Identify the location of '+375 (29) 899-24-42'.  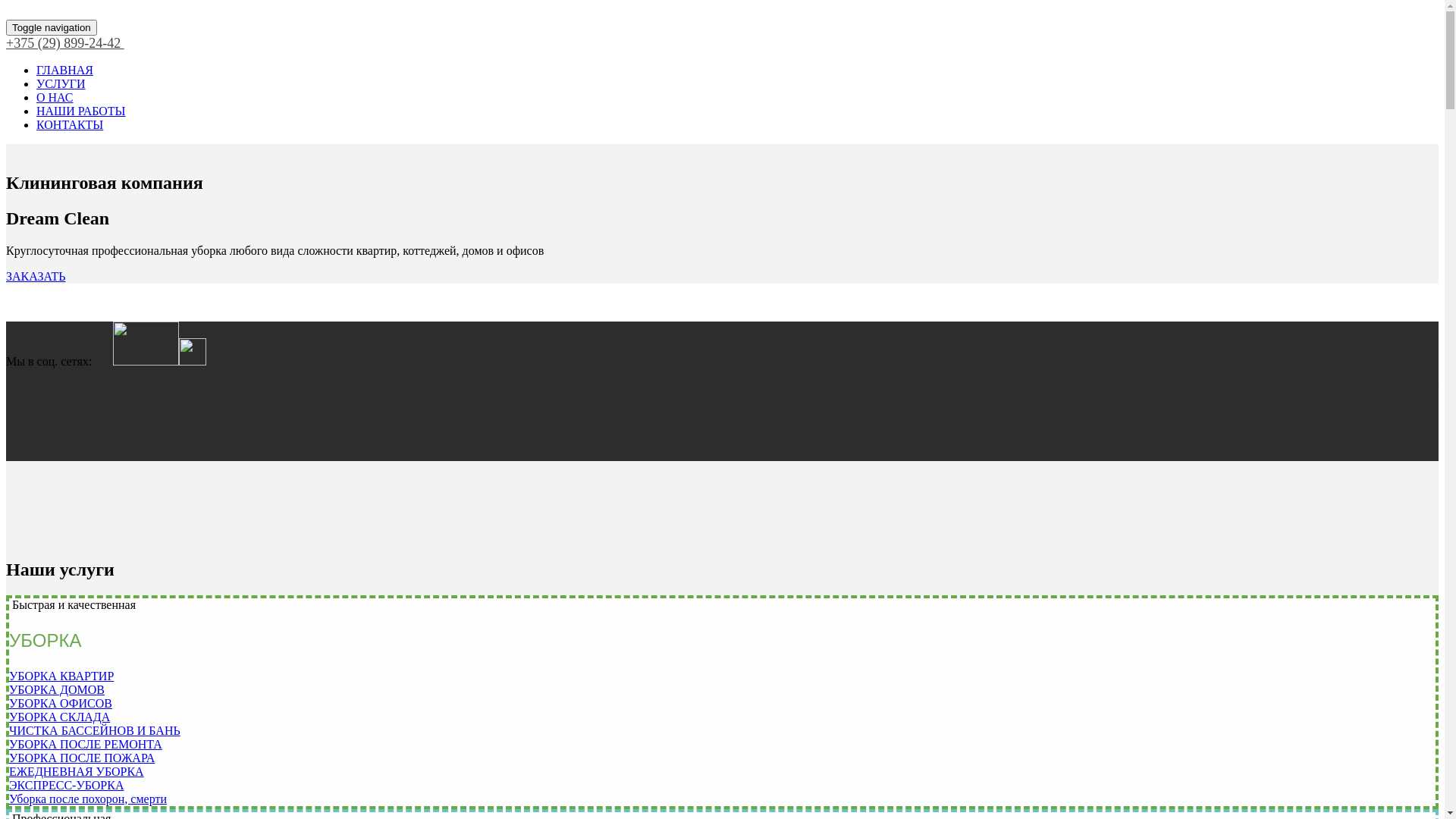
(6, 42).